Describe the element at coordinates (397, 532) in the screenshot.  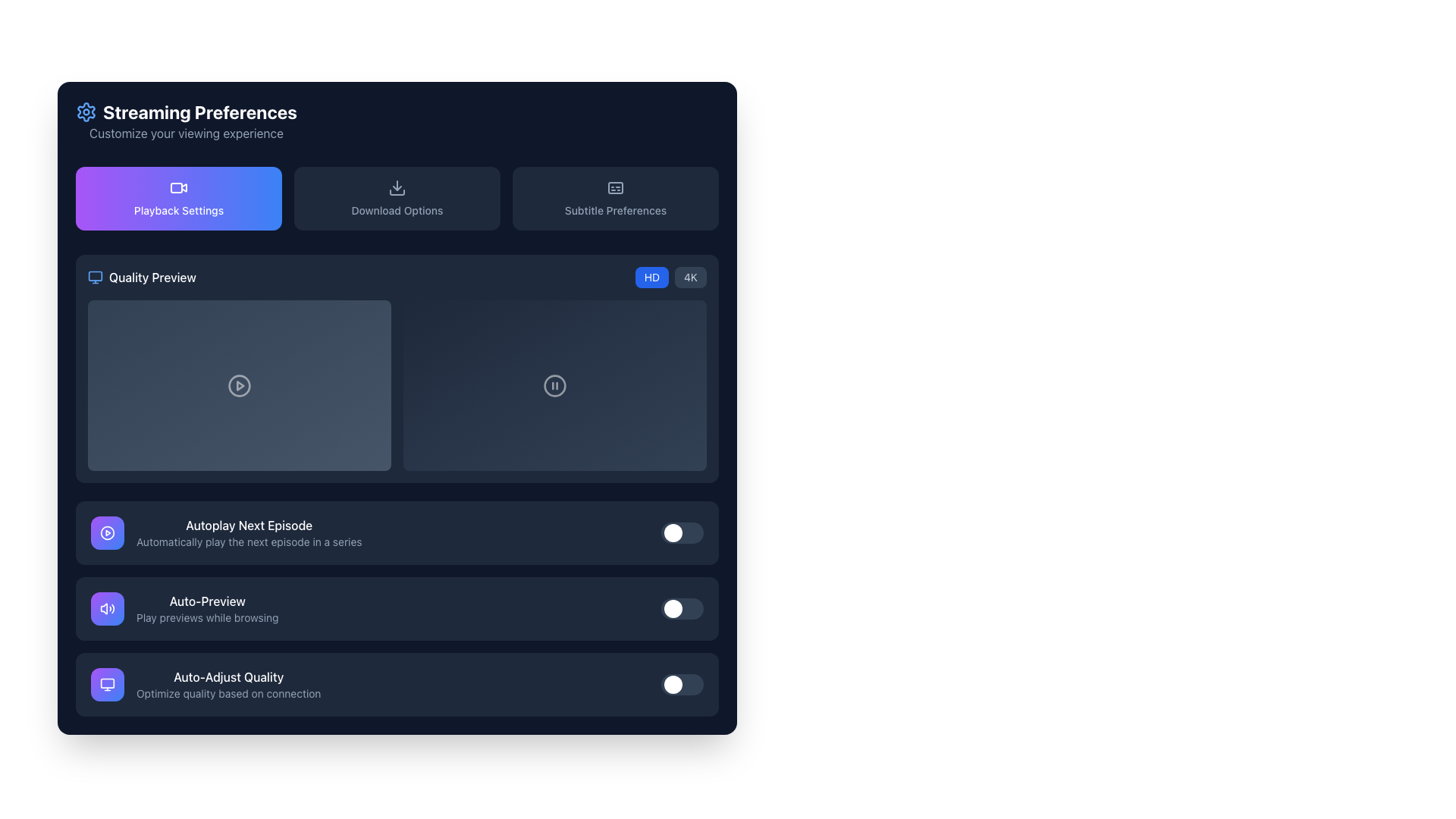
I see `the Interactive Toggle Control for 'Autoplay Next Episode'` at that location.